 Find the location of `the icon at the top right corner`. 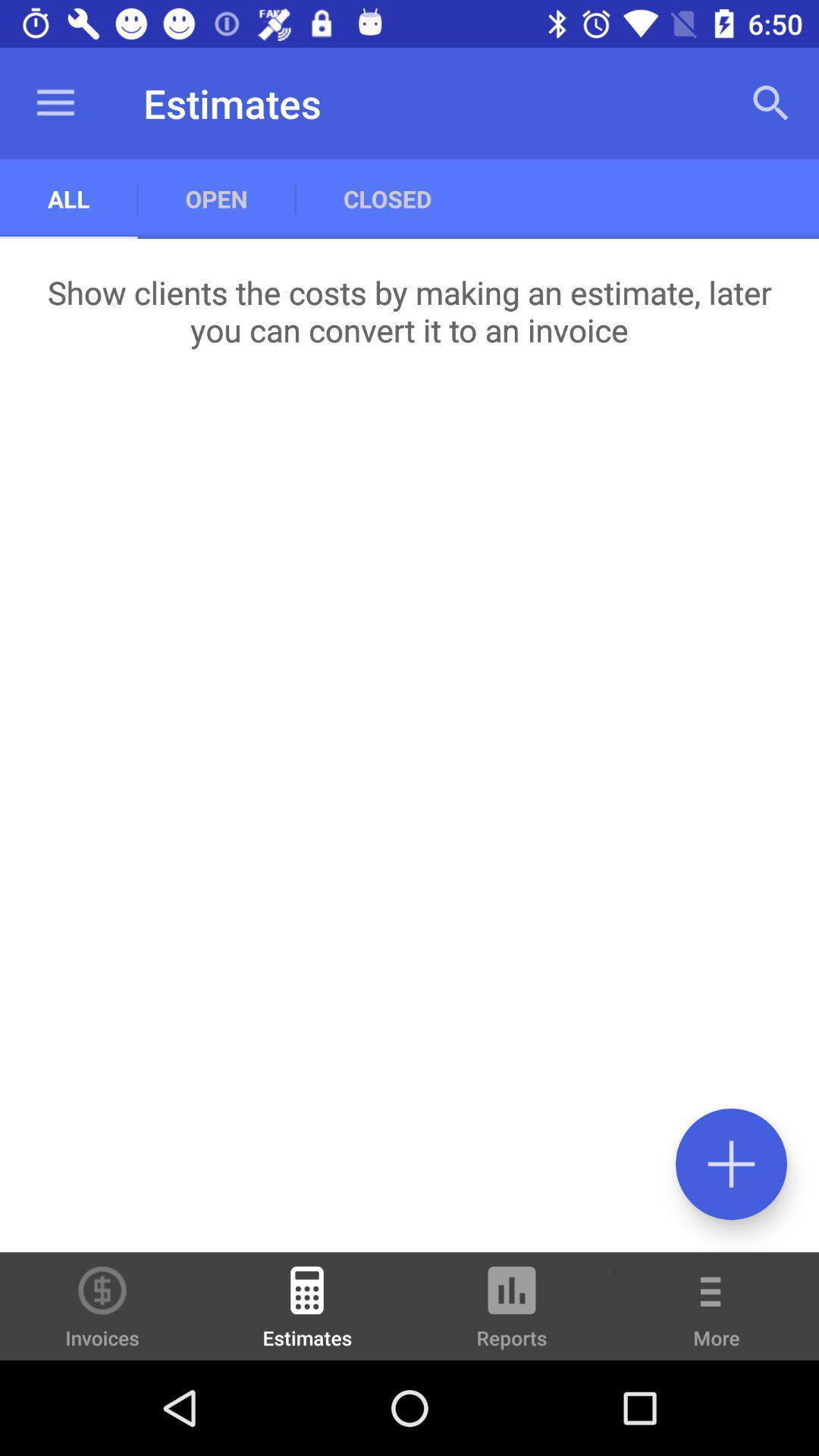

the icon at the top right corner is located at coordinates (771, 102).